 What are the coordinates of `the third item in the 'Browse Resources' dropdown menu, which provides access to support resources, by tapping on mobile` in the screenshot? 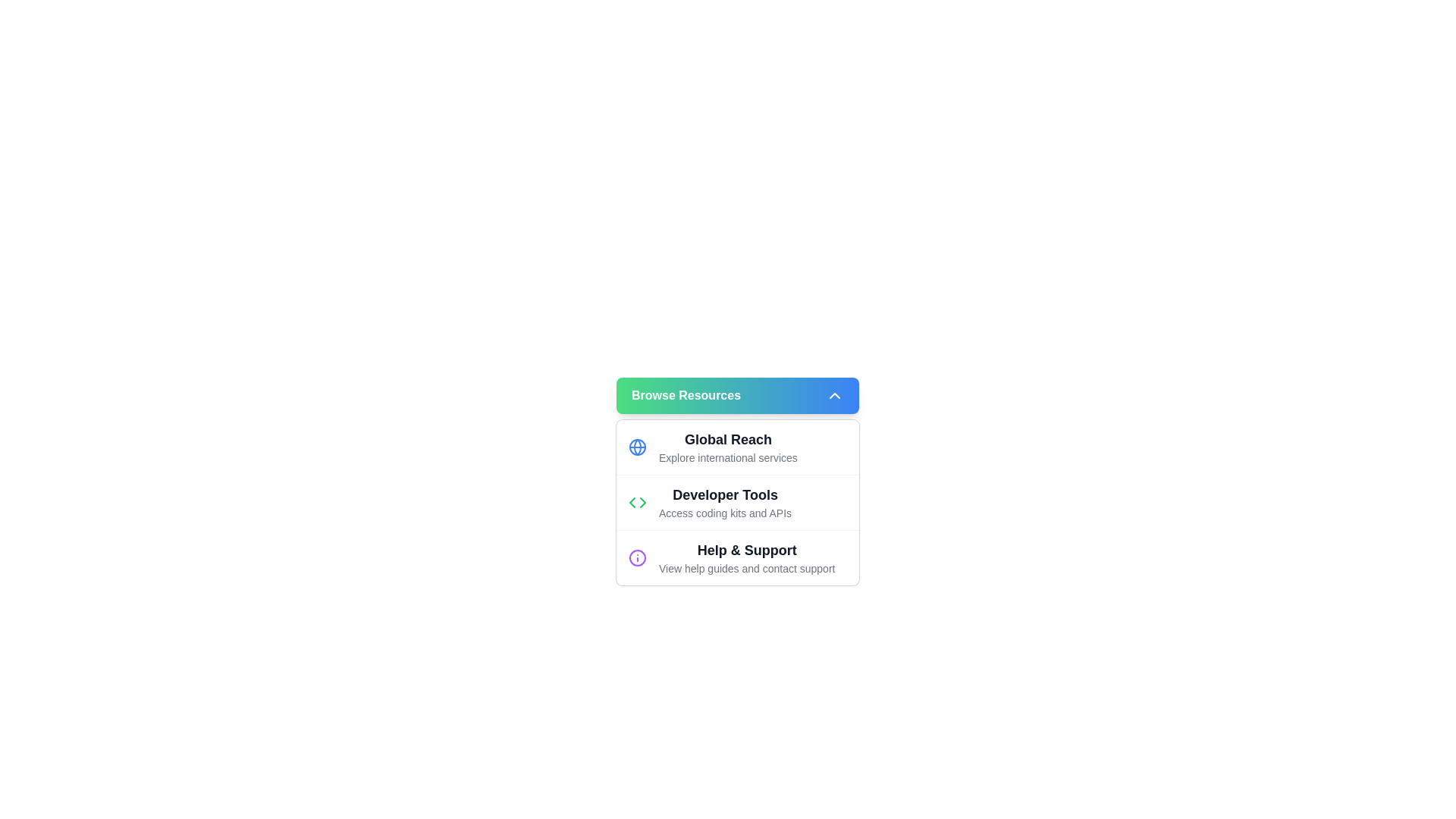 It's located at (738, 557).